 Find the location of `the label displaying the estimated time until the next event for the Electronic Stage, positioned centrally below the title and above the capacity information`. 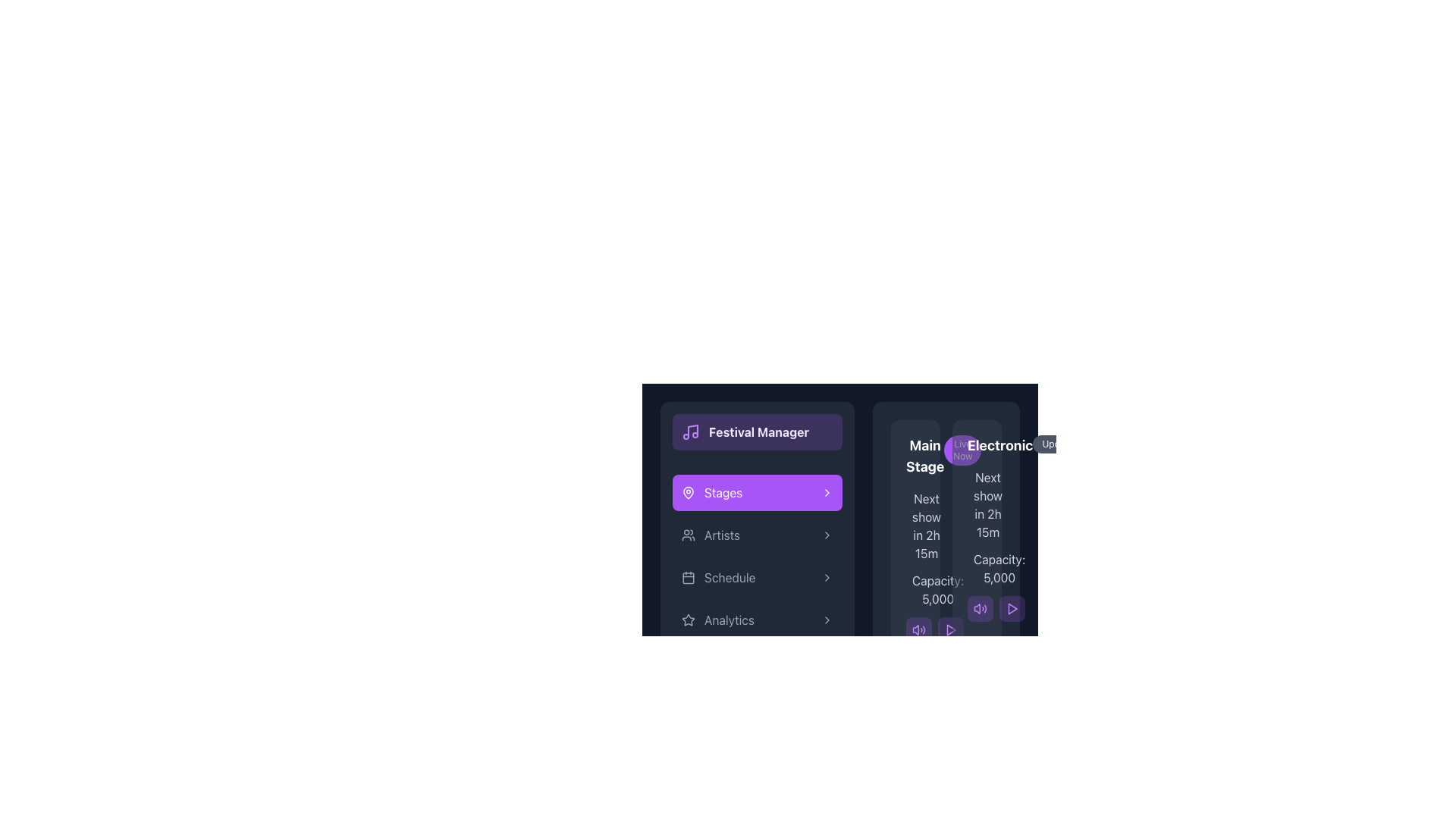

the label displaying the estimated time until the next event for the Electronic Stage, positioned centrally below the title and above the capacity information is located at coordinates (988, 505).